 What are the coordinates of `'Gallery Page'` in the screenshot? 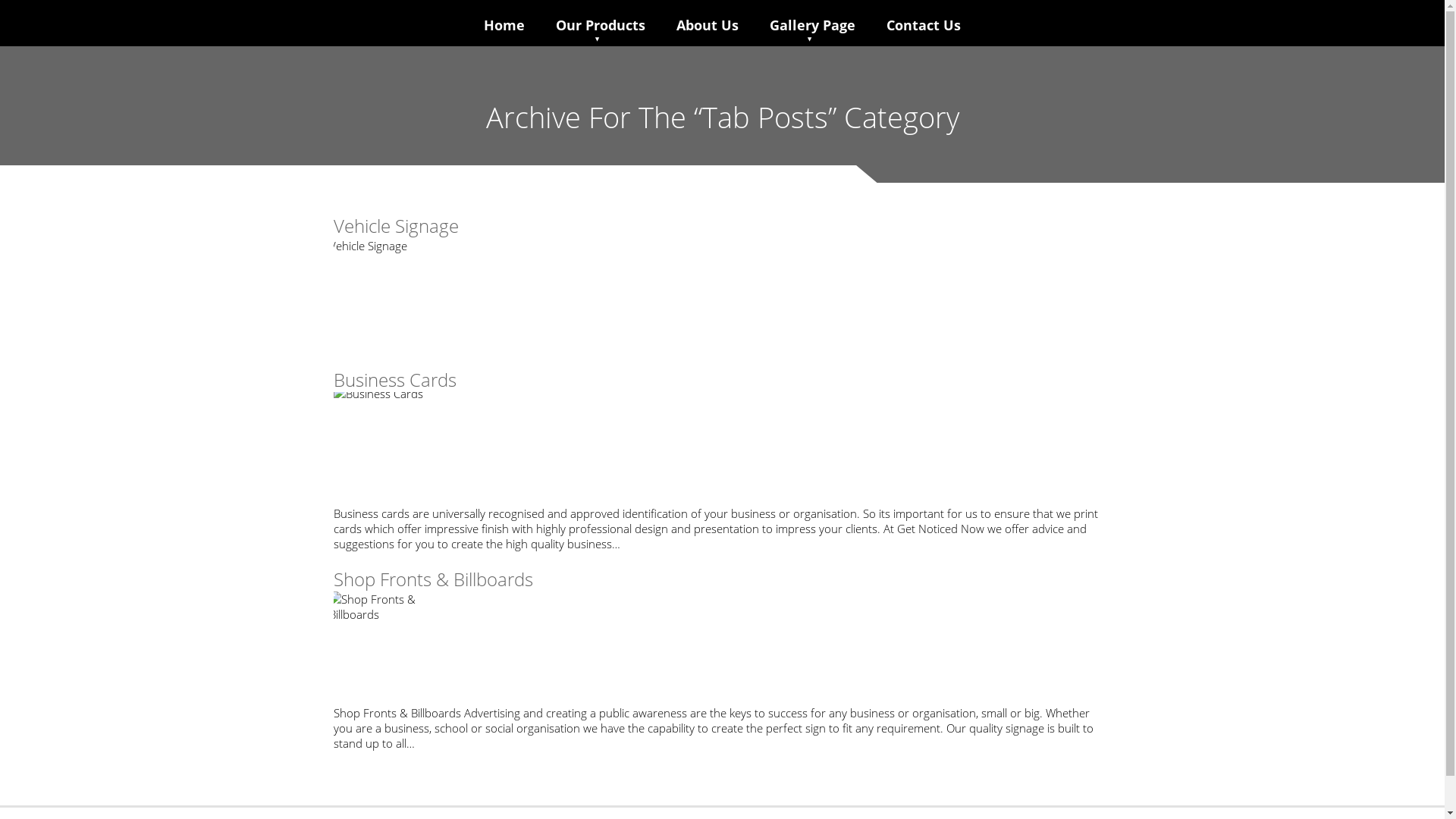 It's located at (811, 25).